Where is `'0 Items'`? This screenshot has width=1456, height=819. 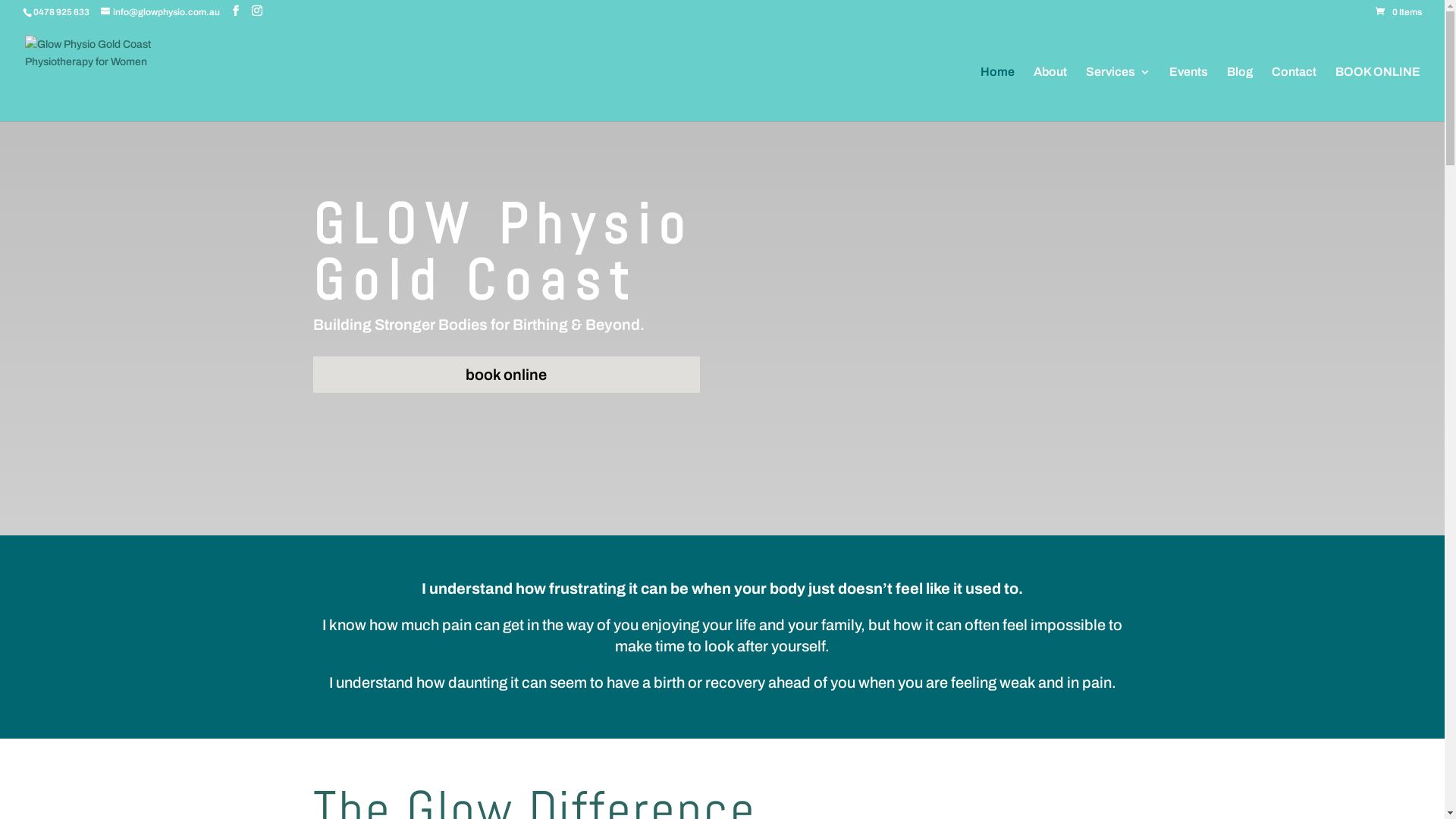
'0 Items' is located at coordinates (1398, 11).